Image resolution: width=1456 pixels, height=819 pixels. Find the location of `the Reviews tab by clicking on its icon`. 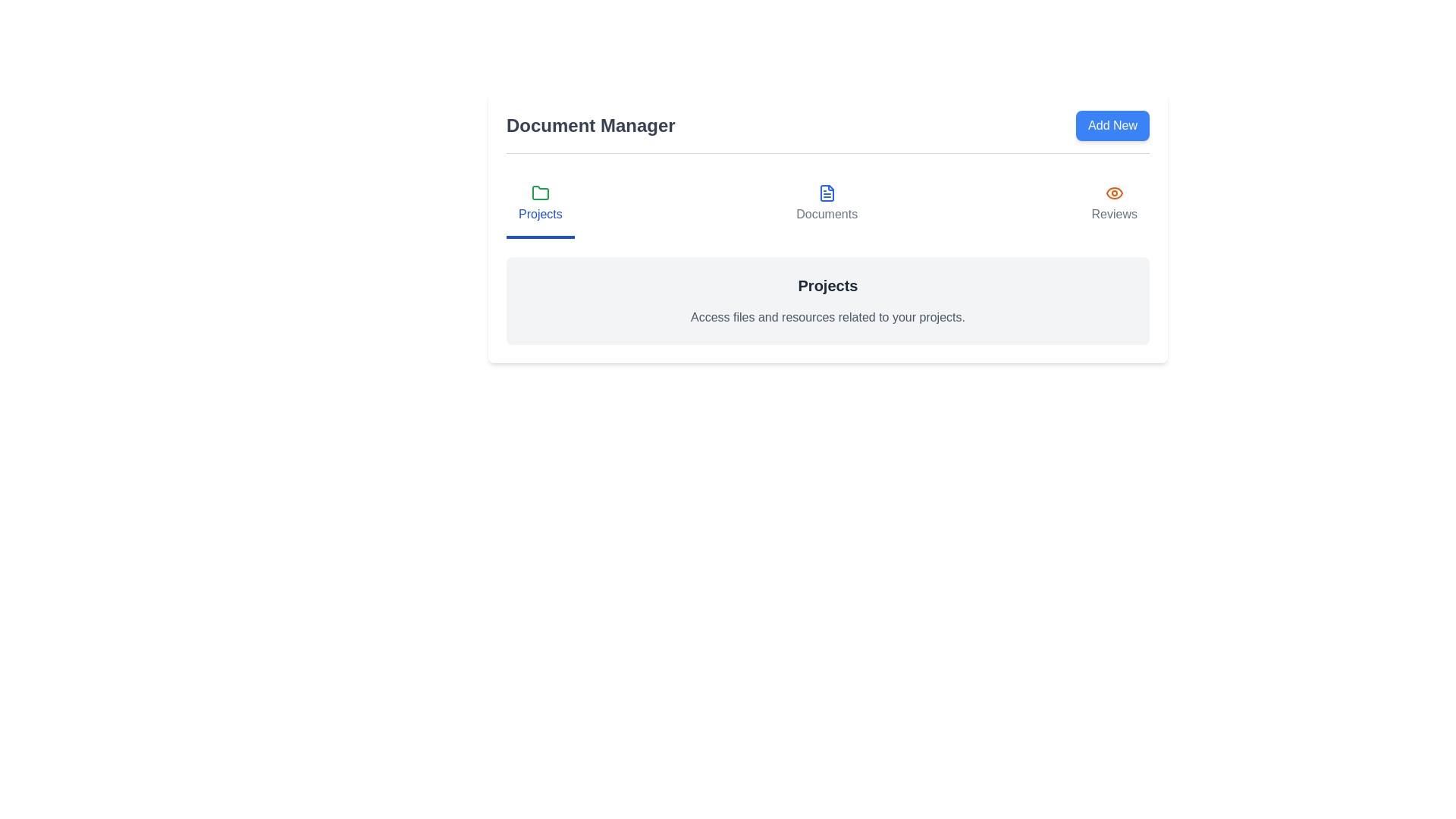

the Reviews tab by clicking on its icon is located at coordinates (1113, 205).